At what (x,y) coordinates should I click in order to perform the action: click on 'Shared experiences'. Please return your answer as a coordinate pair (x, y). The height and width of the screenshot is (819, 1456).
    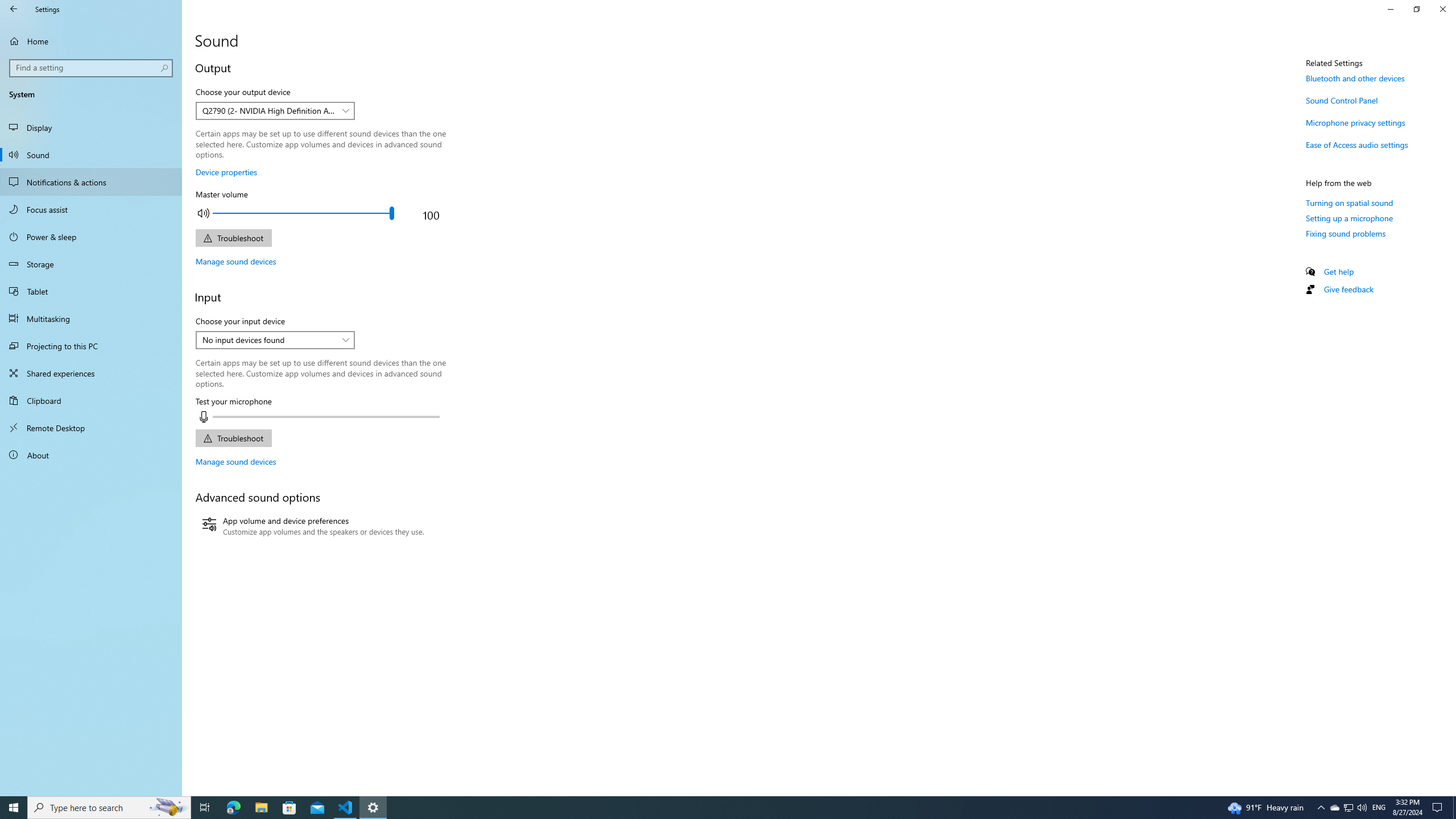
    Looking at the image, I should click on (90, 372).